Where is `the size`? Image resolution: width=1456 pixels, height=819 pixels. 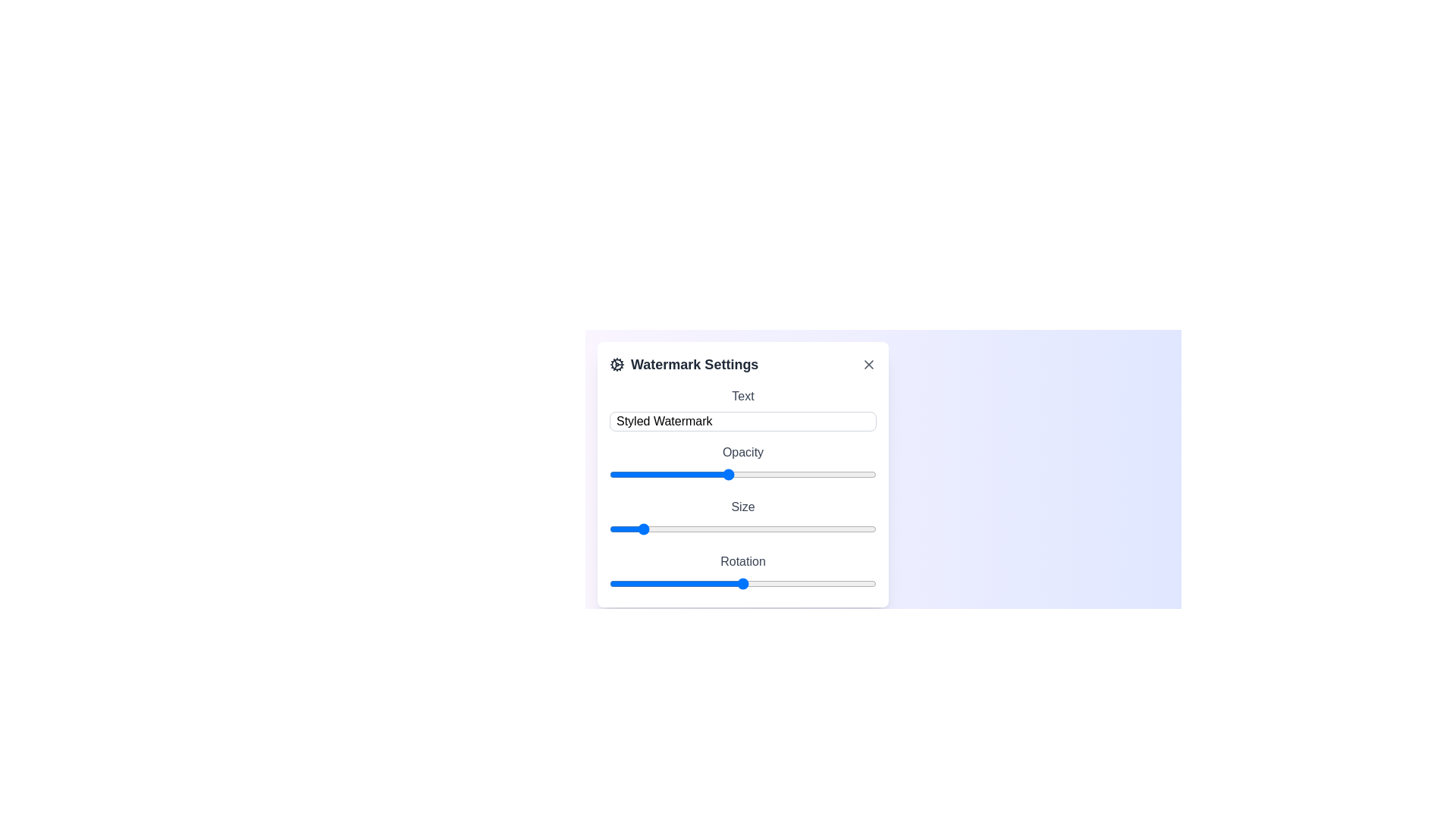
the size is located at coordinates (728, 529).